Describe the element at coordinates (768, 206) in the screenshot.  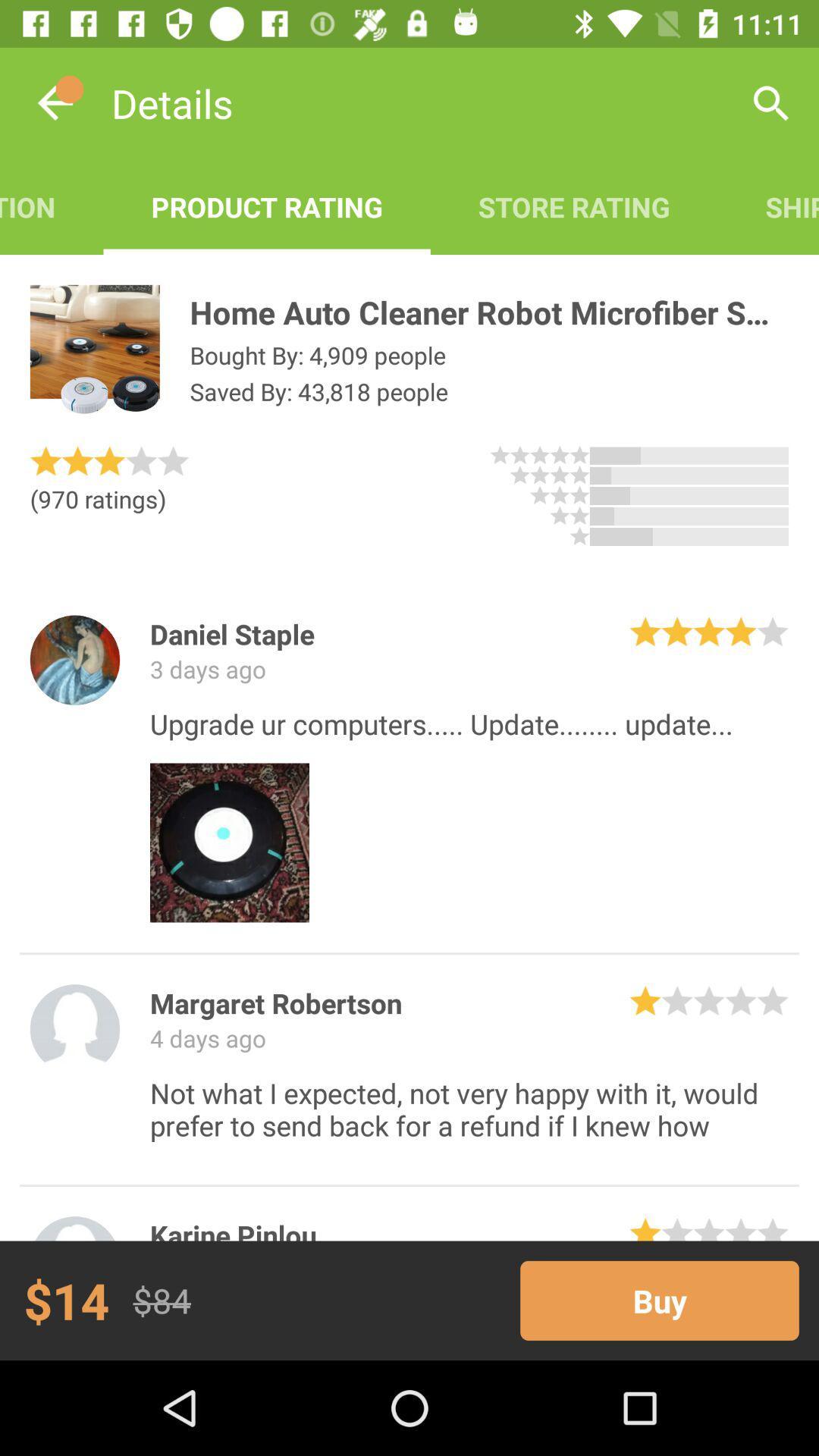
I see `the shipping info icon` at that location.